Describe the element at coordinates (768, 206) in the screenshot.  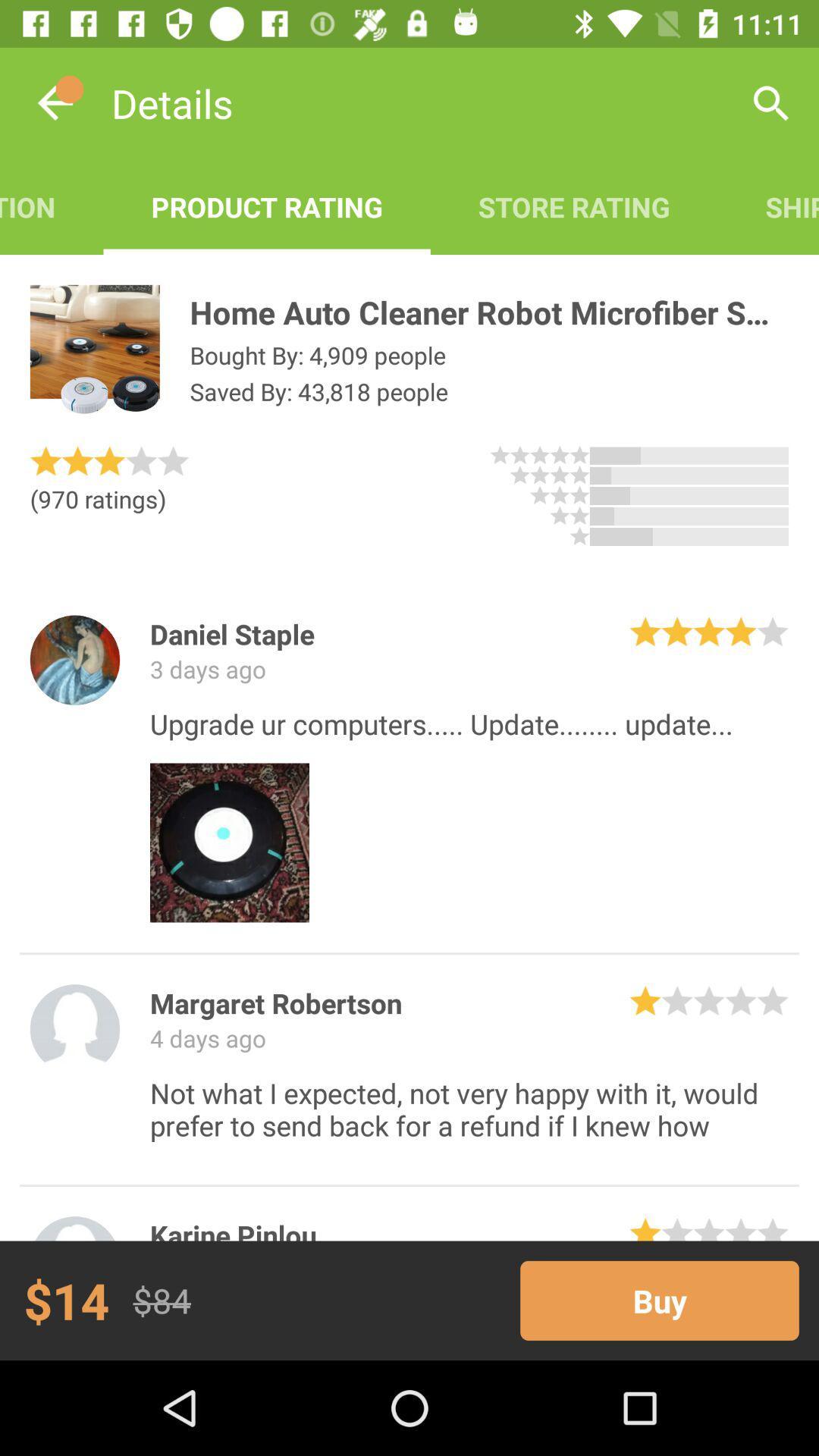
I see `the shipping info icon` at that location.